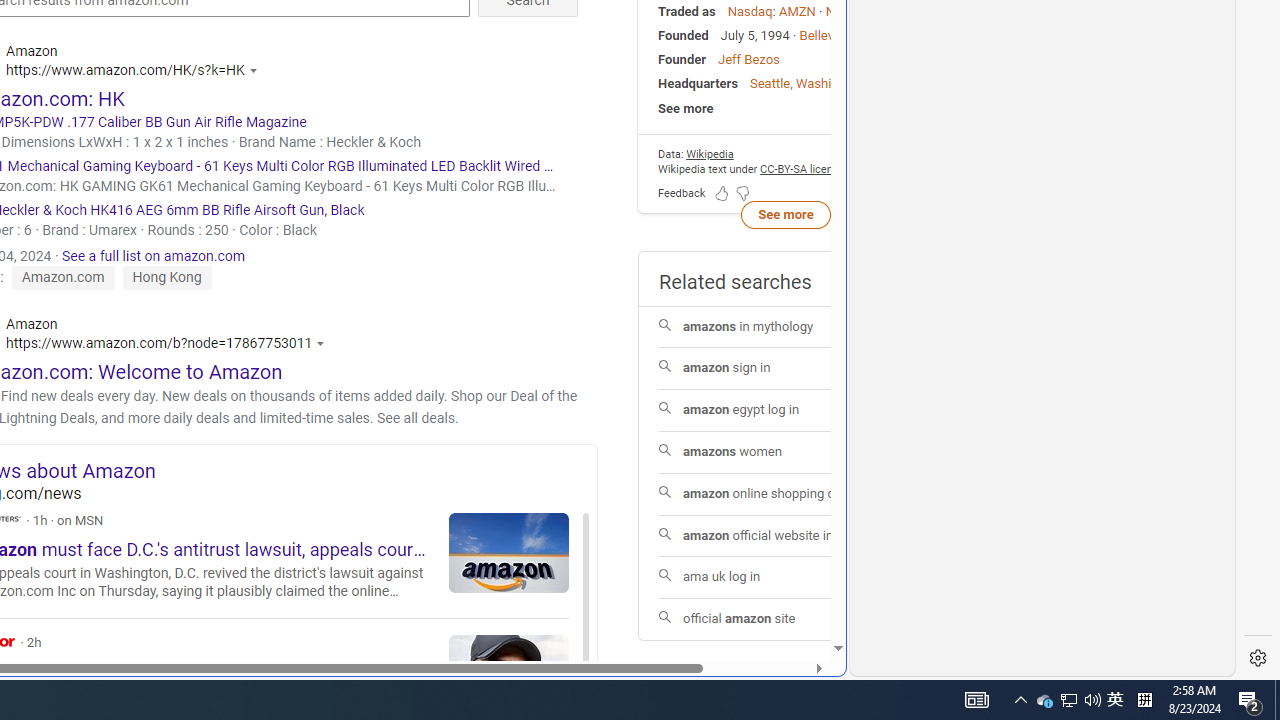 The height and width of the screenshot is (720, 1280). I want to click on 'amazons women', so click(784, 452).